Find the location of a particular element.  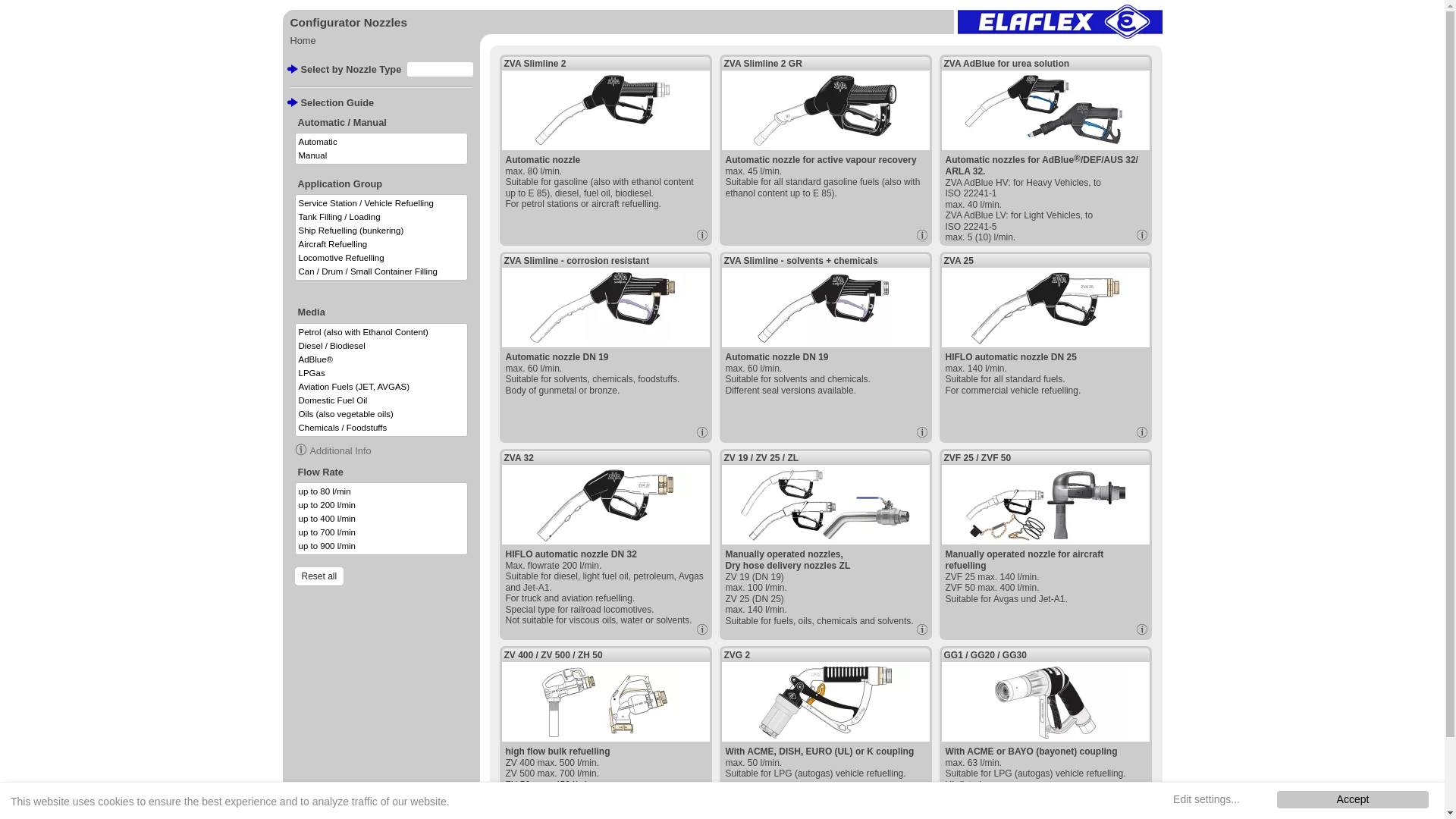

'Manual' is located at coordinates (295, 155).